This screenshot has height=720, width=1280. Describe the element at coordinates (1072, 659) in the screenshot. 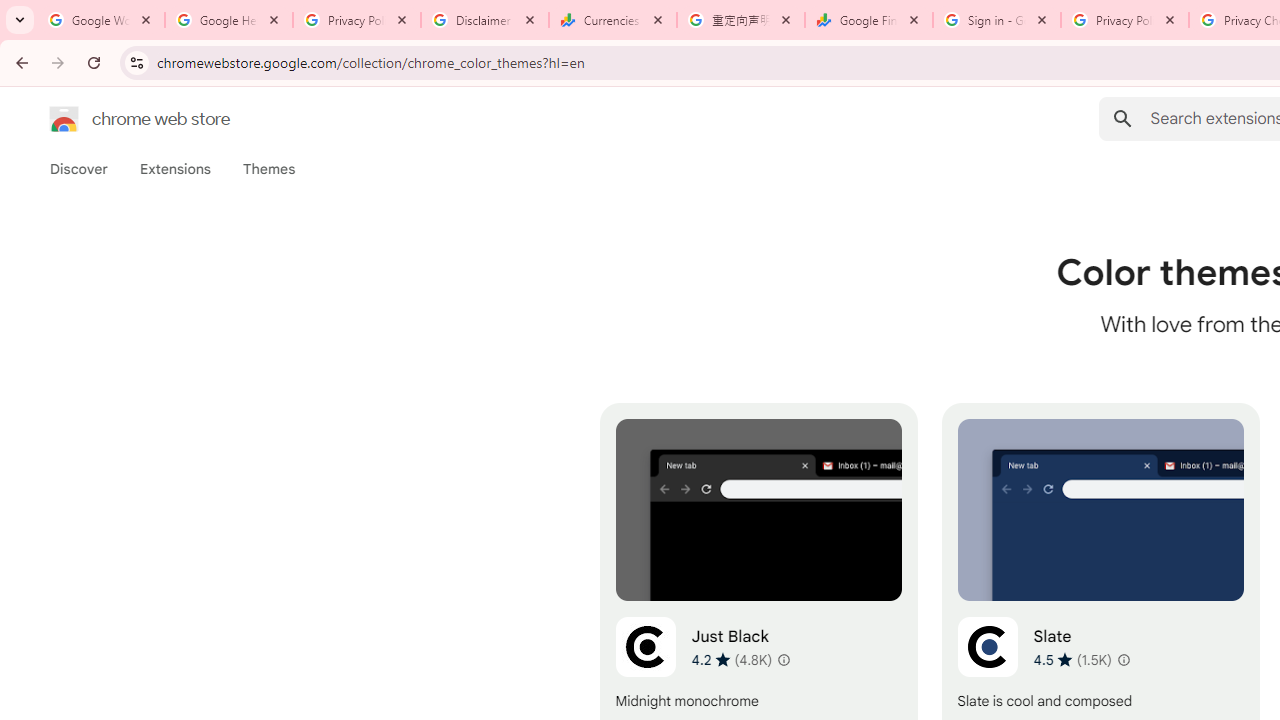

I see `'Average rating 4.5 out of 5 stars. 1.5K ratings.'` at that location.